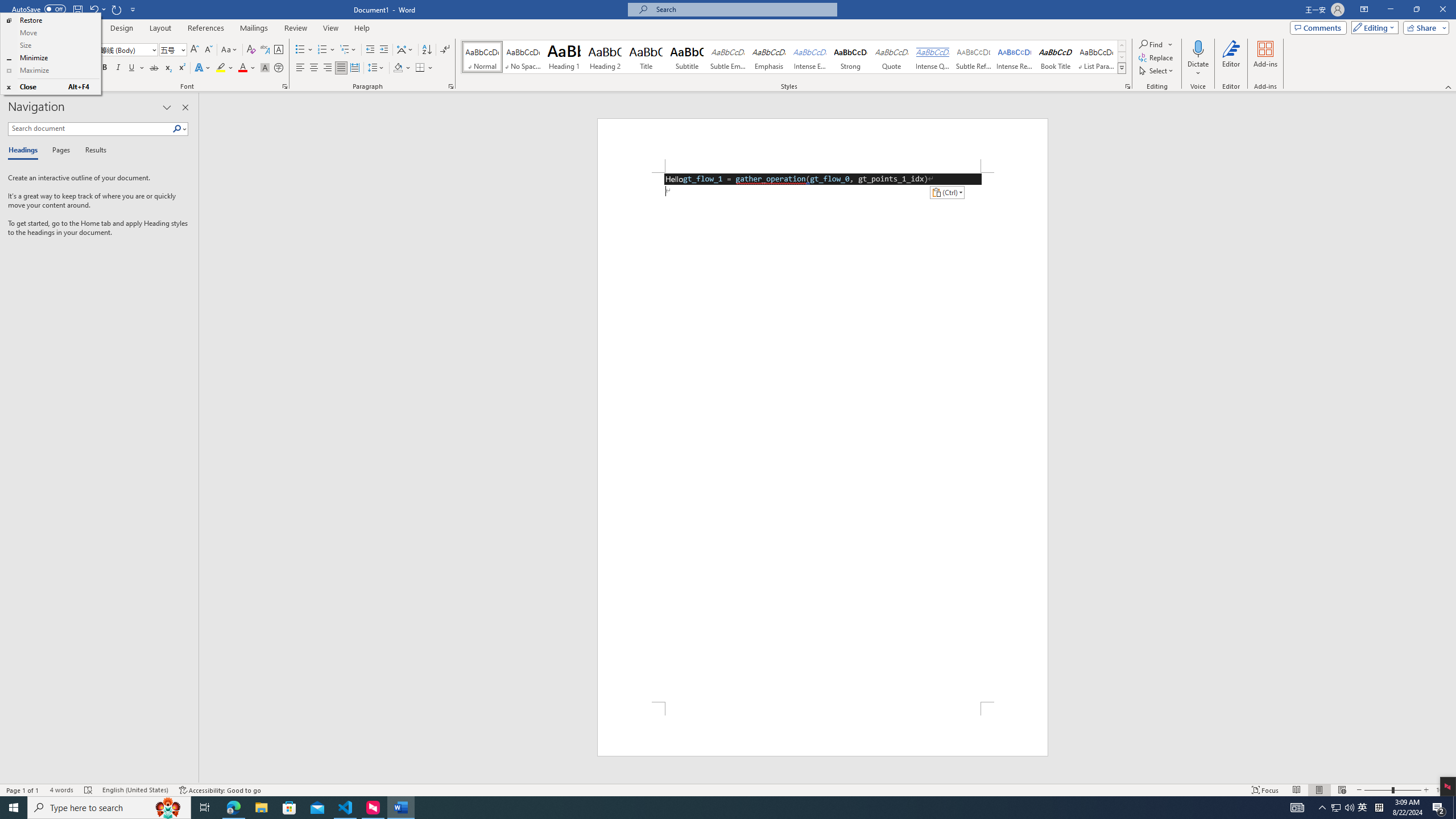 The width and height of the screenshot is (1456, 819). What do you see at coordinates (23, 790) in the screenshot?
I see `'Page Number Page 1 of 1'` at bounding box center [23, 790].